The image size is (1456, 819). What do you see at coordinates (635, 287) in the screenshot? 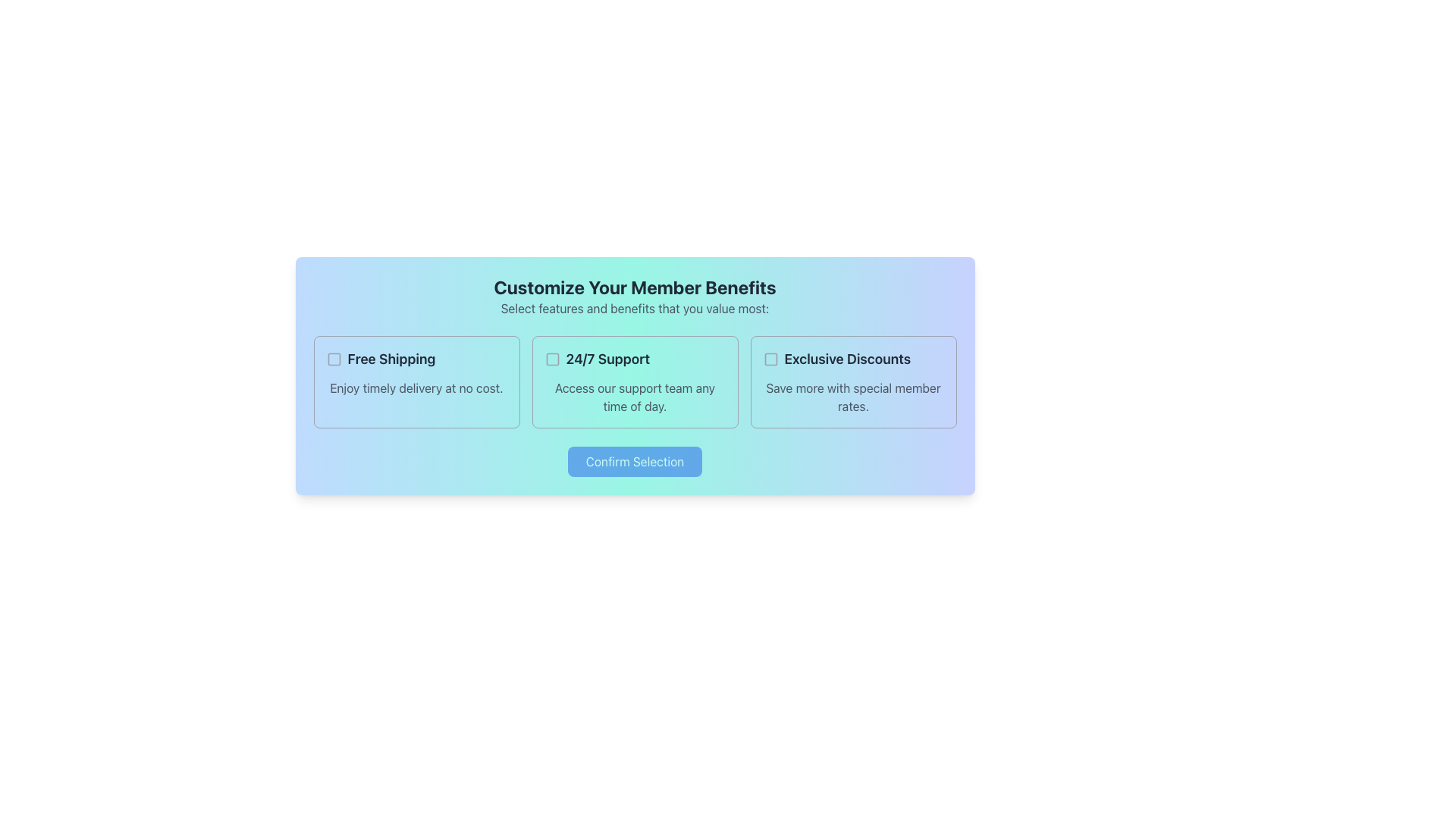
I see `the header element that reads 'Customize Your Member Benefits', which is a large, bold, centered text in dark gray on a gradient background` at bounding box center [635, 287].